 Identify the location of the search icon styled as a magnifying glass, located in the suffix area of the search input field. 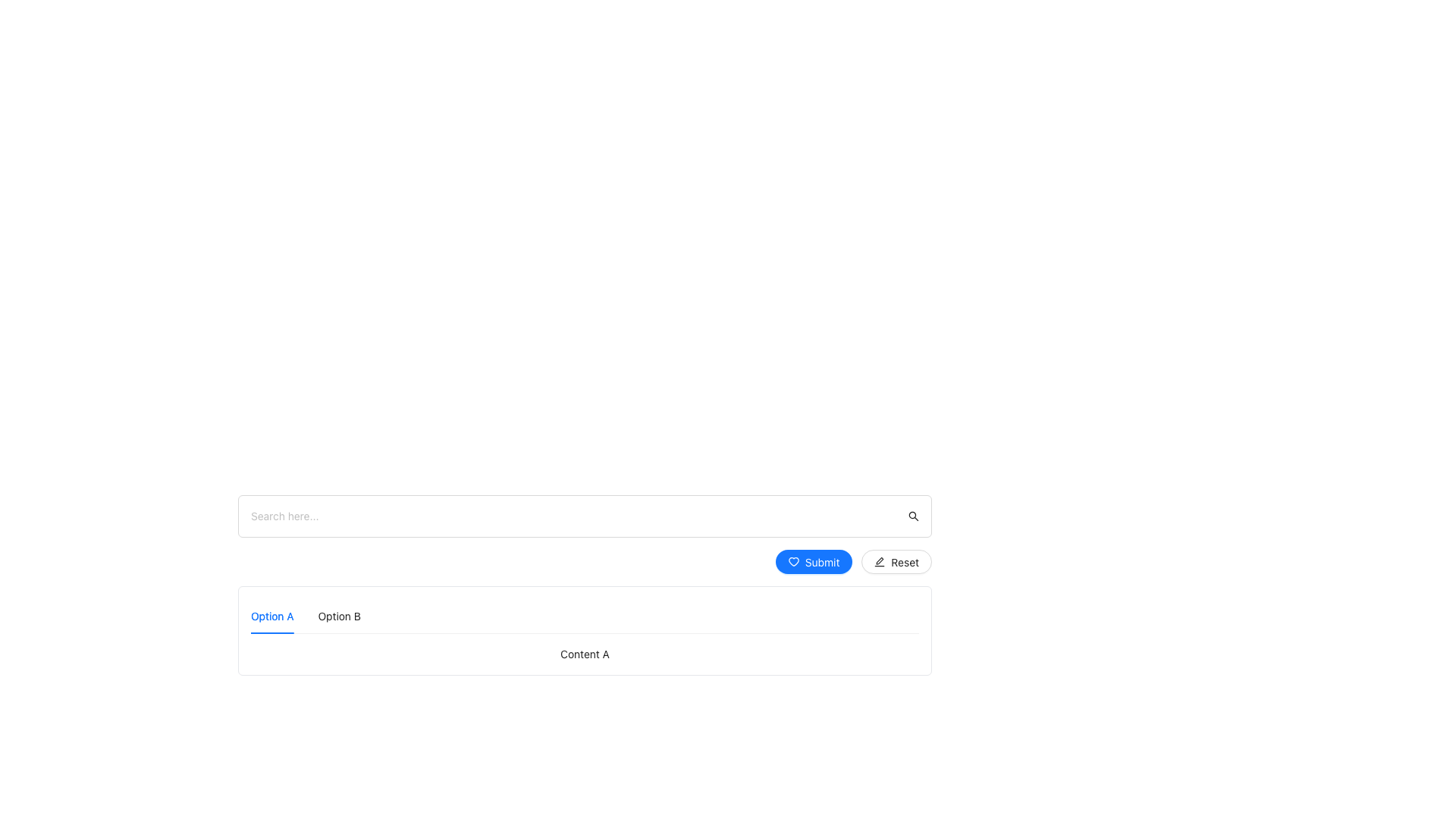
(912, 516).